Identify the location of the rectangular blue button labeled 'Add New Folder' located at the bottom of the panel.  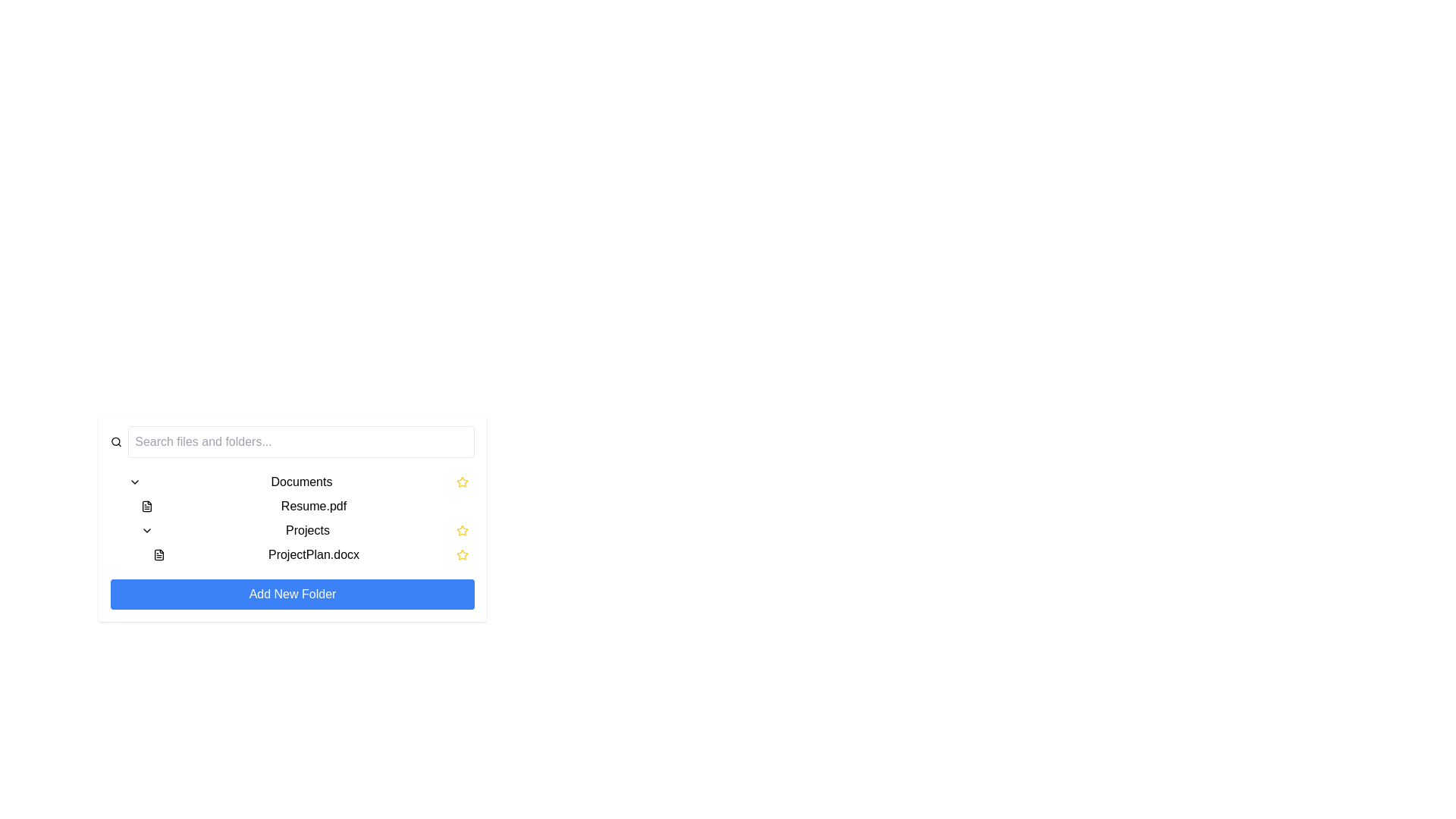
(292, 593).